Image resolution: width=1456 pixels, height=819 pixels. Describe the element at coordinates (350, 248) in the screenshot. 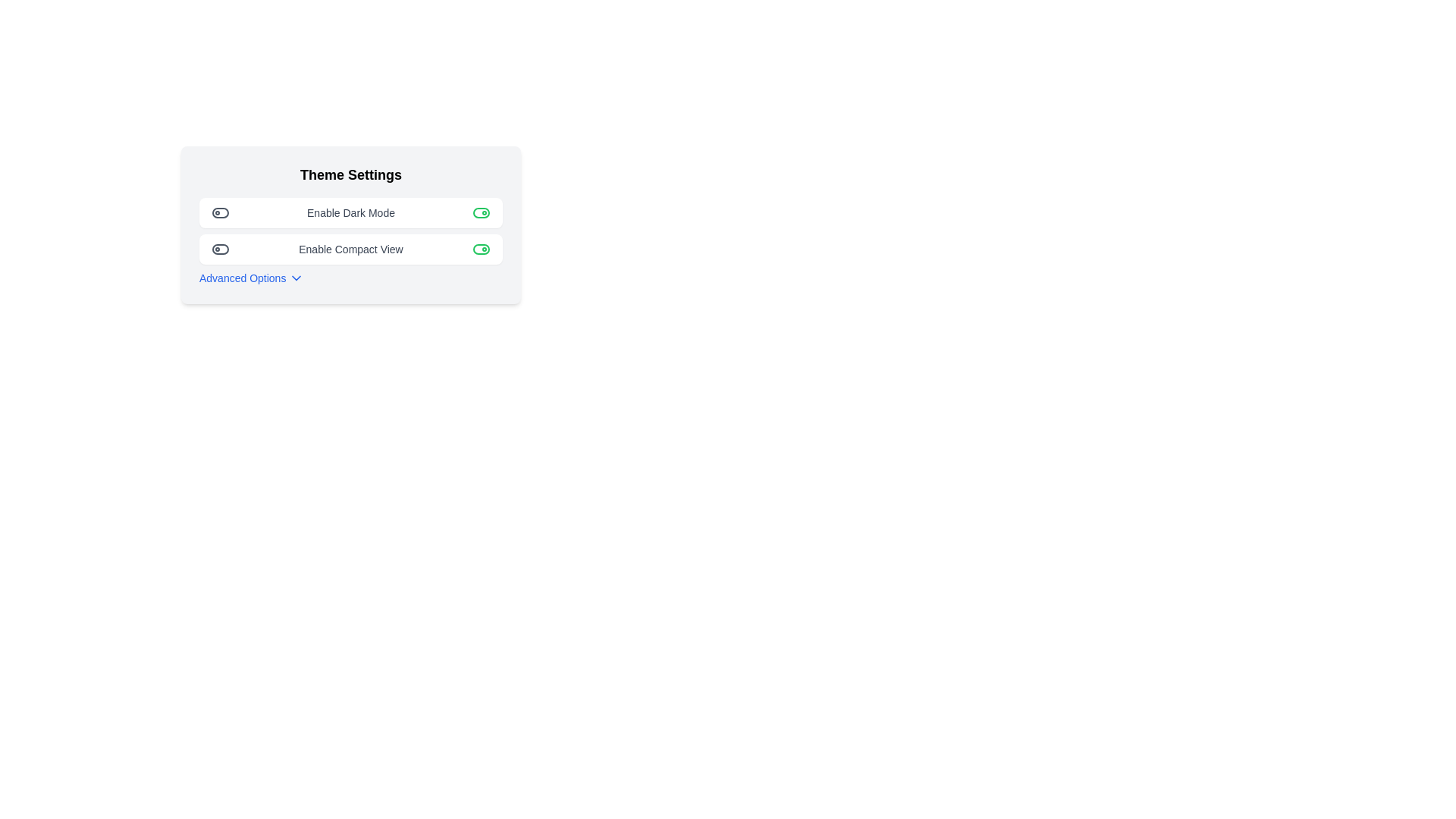

I see `label 'Enable Compact View' of the Toggle Switch located in the Theme Settings section, which is the second list item below 'Enable Dark Mode'` at that location.